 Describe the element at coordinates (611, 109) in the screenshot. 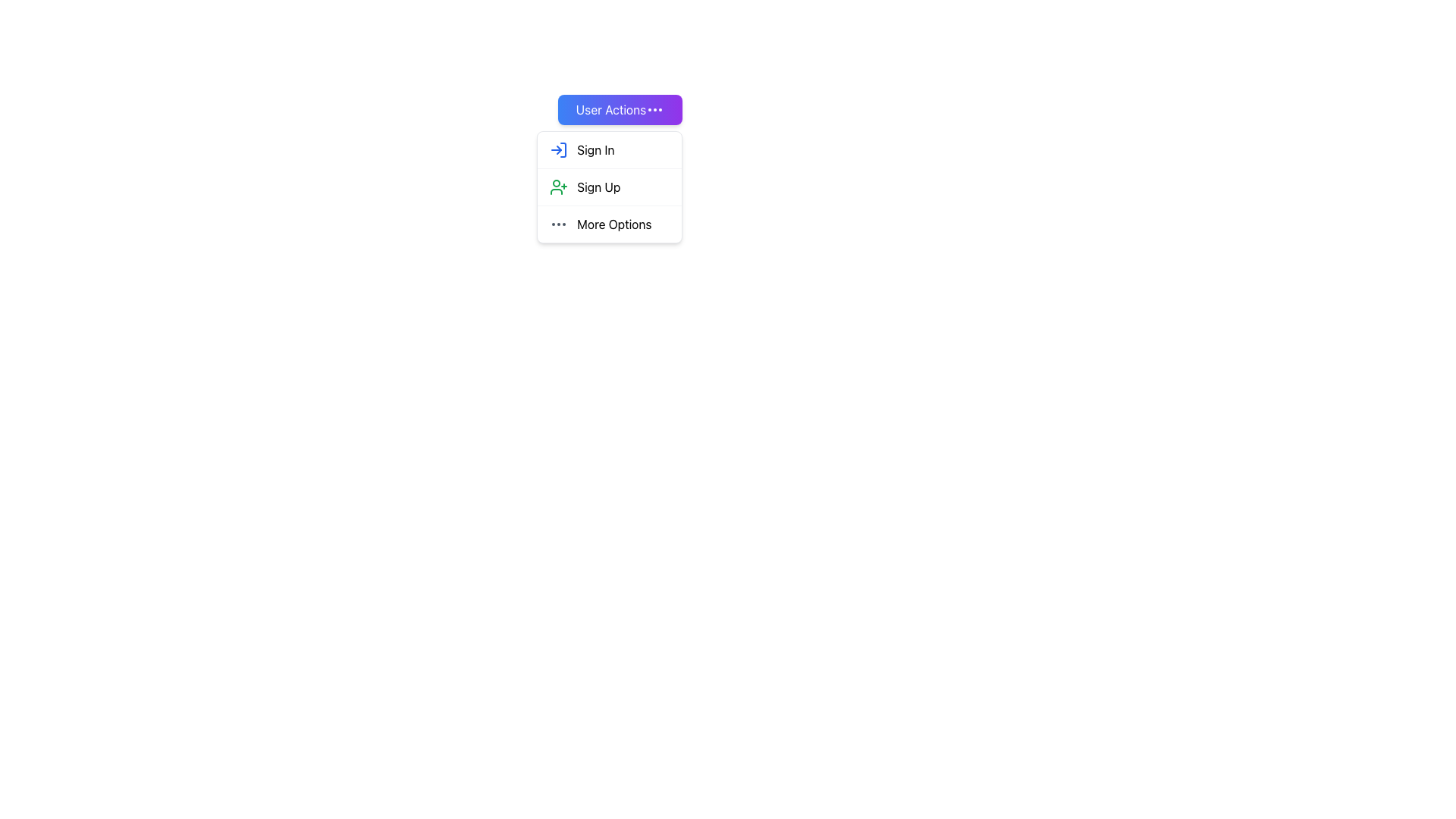

I see `the text displayed on the text label located at the top center of the rounded rectangular button` at that location.